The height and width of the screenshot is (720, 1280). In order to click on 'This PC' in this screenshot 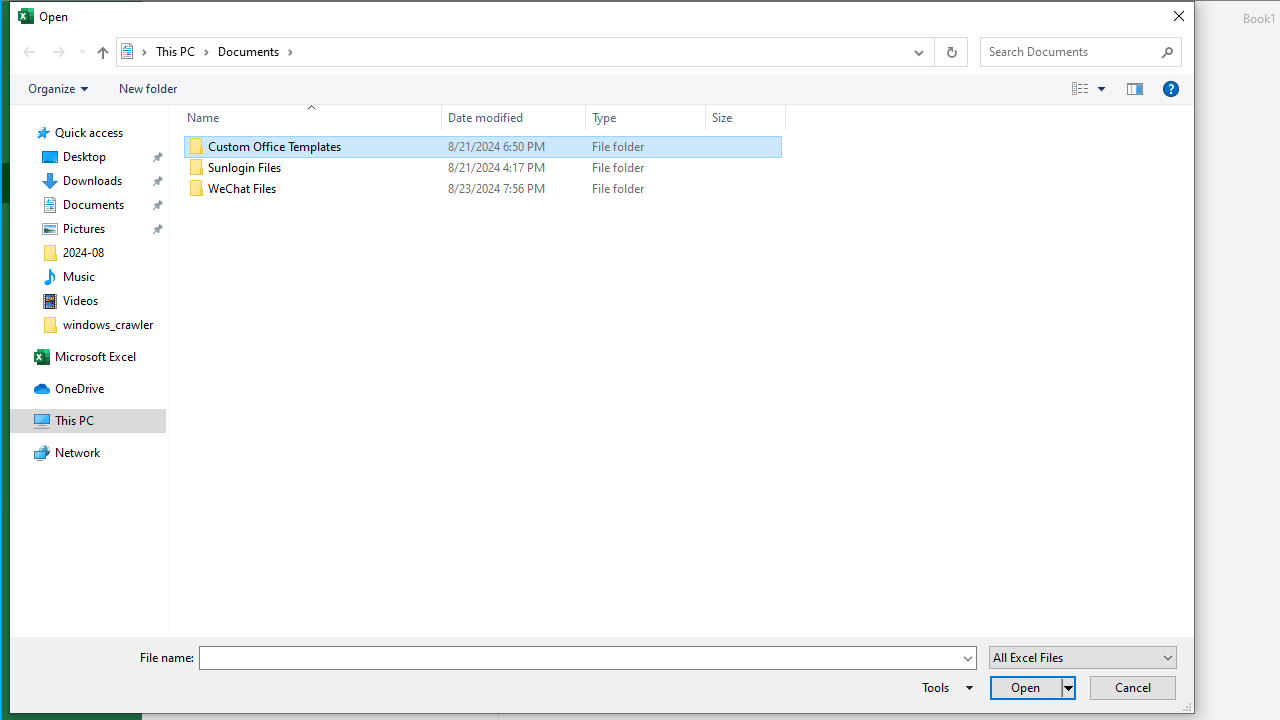, I will do `click(183, 50)`.